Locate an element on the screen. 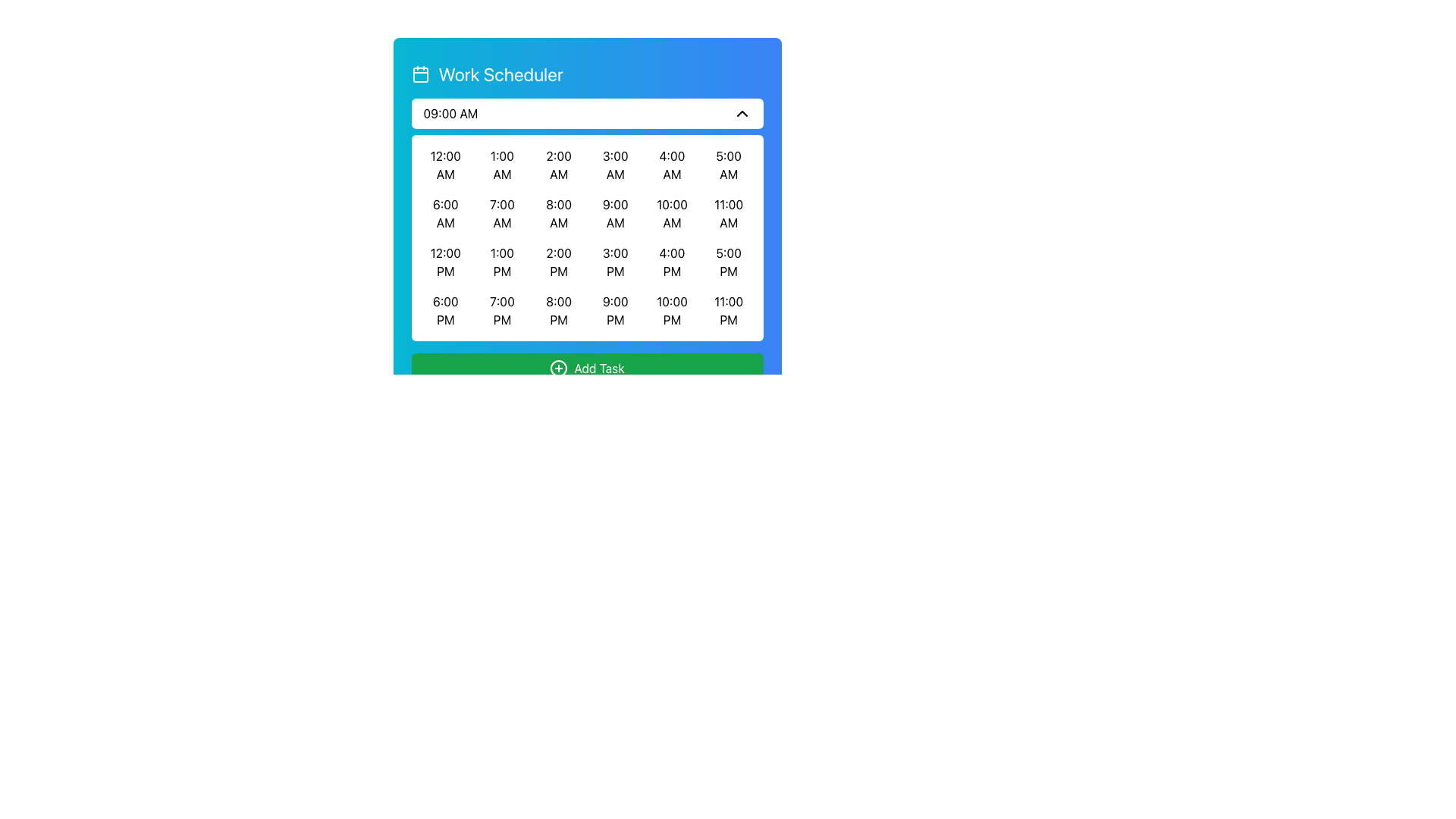 The height and width of the screenshot is (819, 1456). the sixth time slot button in the second row of the grid under 'Work Scheduler' is located at coordinates (671, 213).